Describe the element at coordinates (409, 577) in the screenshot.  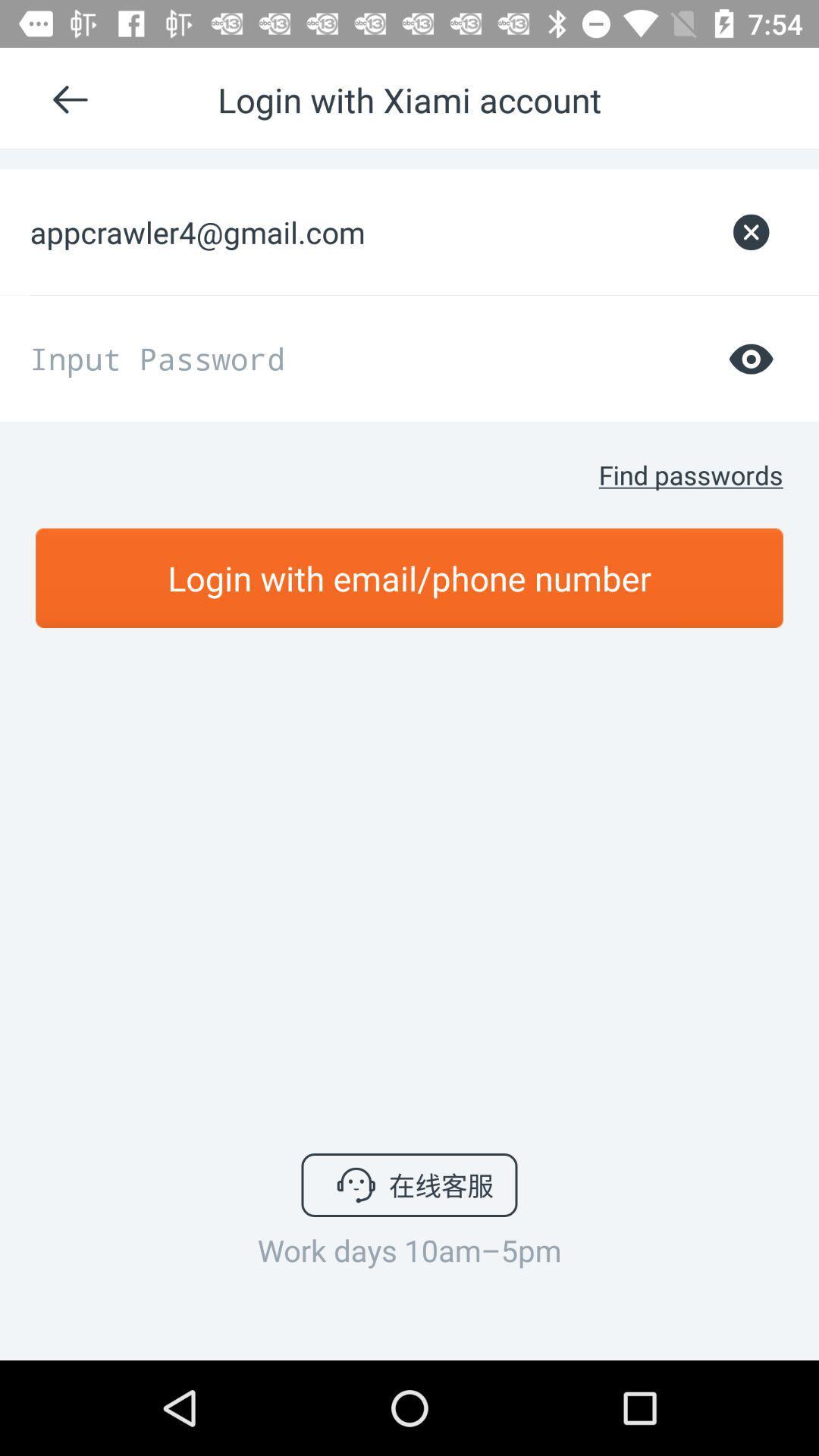
I see `orange button` at that location.